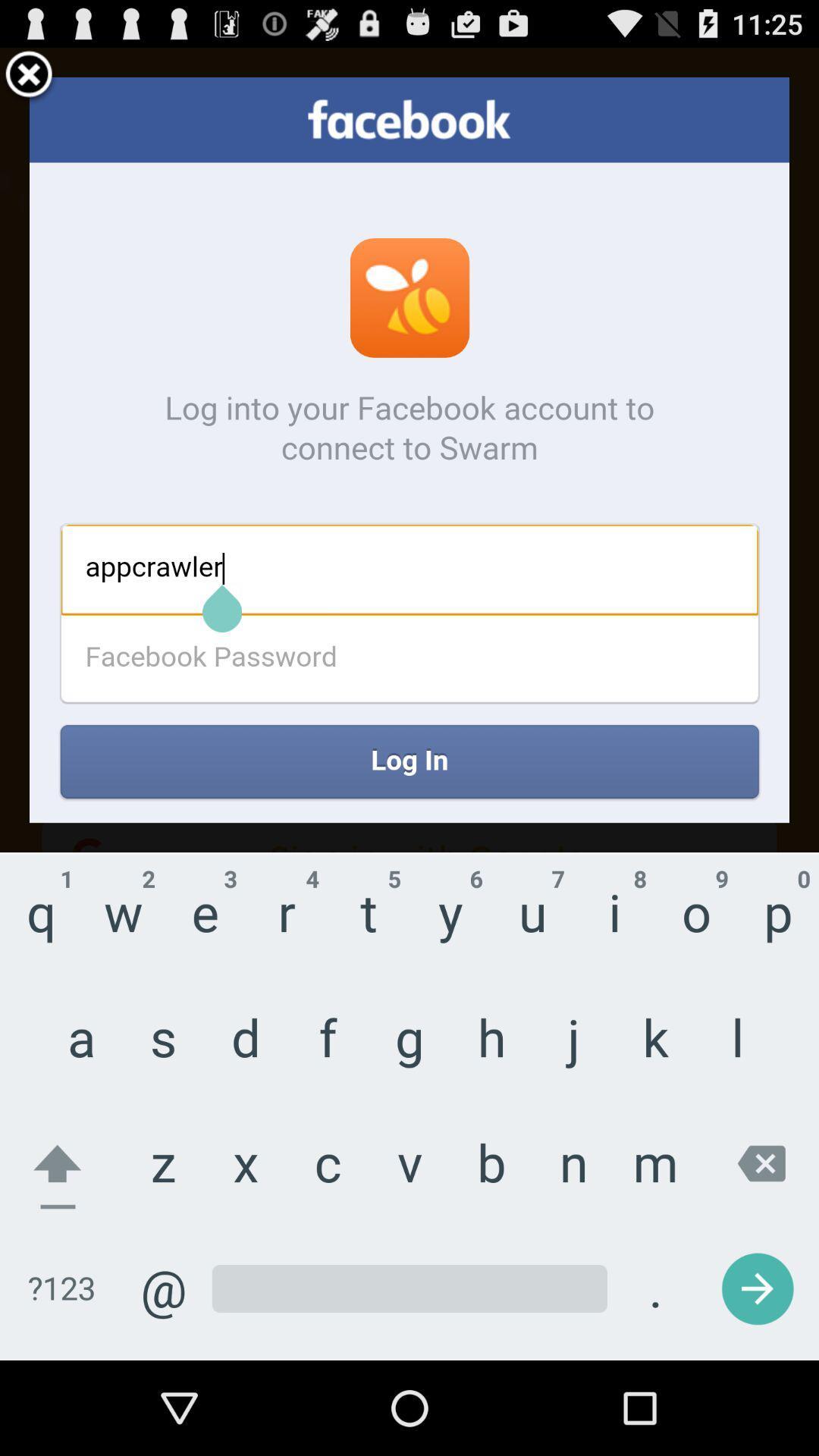 This screenshot has height=1456, width=819. What do you see at coordinates (722, 1264) in the screenshot?
I see `the arrow_forward icon` at bounding box center [722, 1264].